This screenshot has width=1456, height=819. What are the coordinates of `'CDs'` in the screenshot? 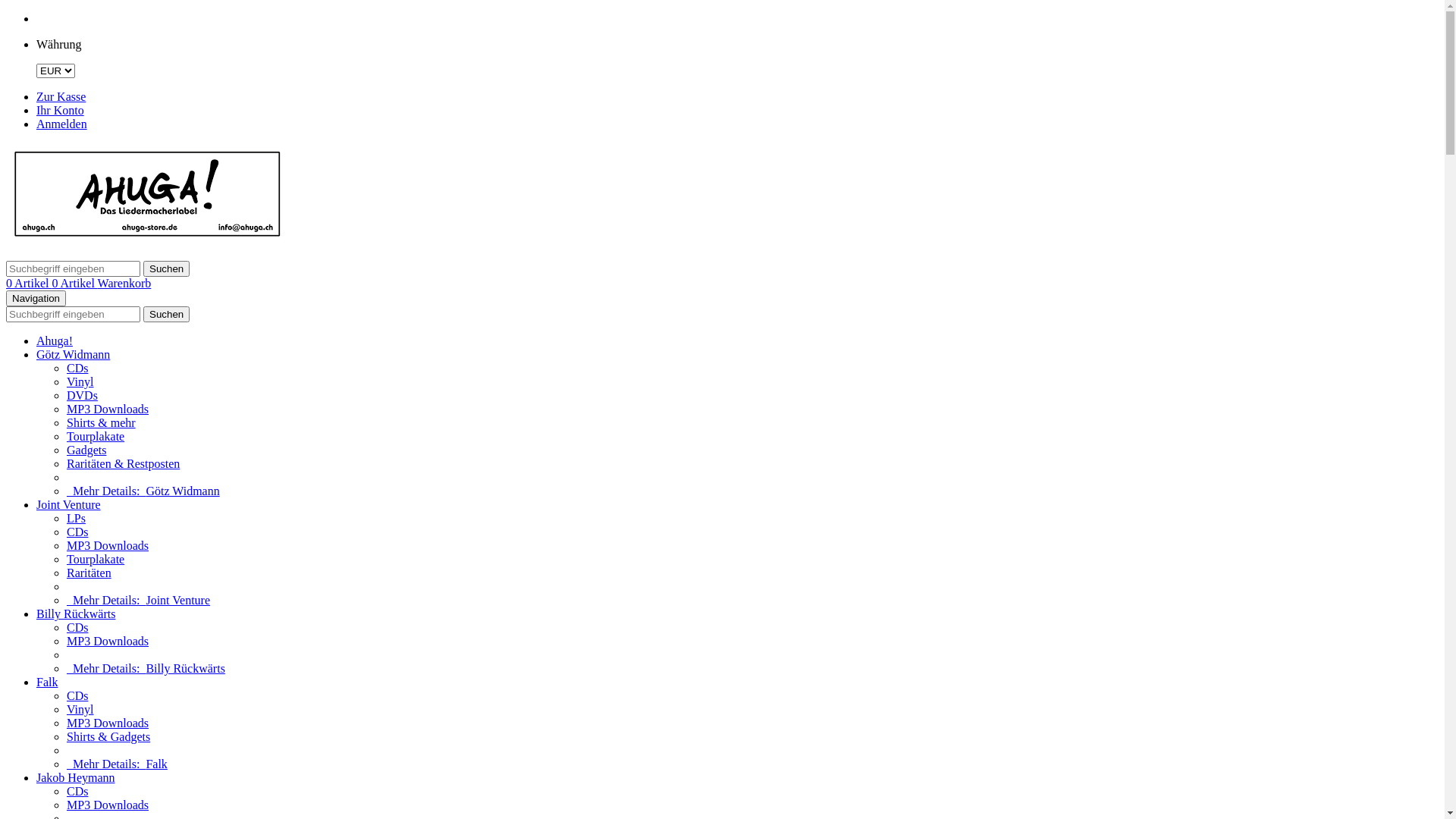 It's located at (76, 790).